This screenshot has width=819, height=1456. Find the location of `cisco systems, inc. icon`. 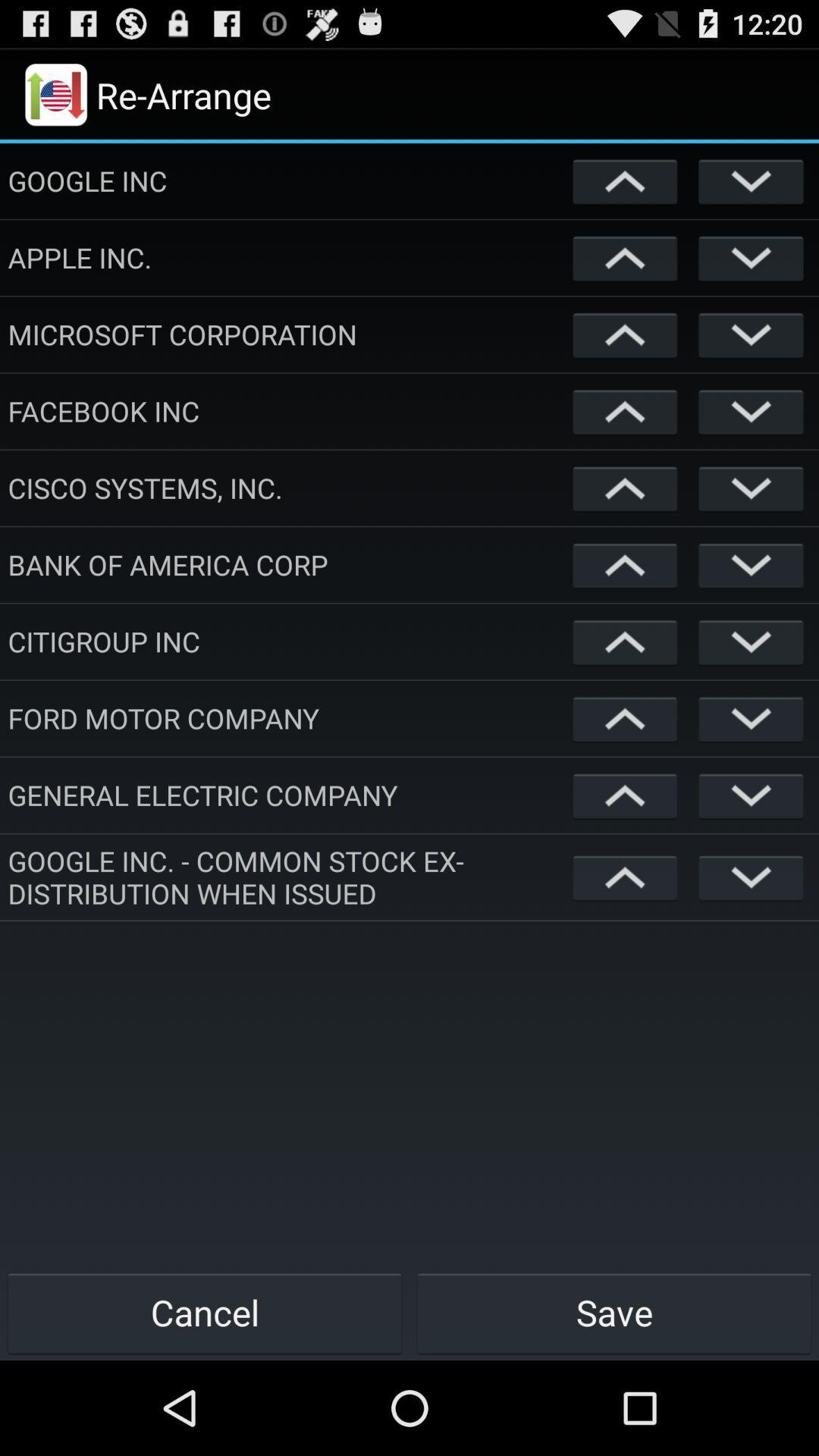

cisco systems, inc. icon is located at coordinates (287, 488).